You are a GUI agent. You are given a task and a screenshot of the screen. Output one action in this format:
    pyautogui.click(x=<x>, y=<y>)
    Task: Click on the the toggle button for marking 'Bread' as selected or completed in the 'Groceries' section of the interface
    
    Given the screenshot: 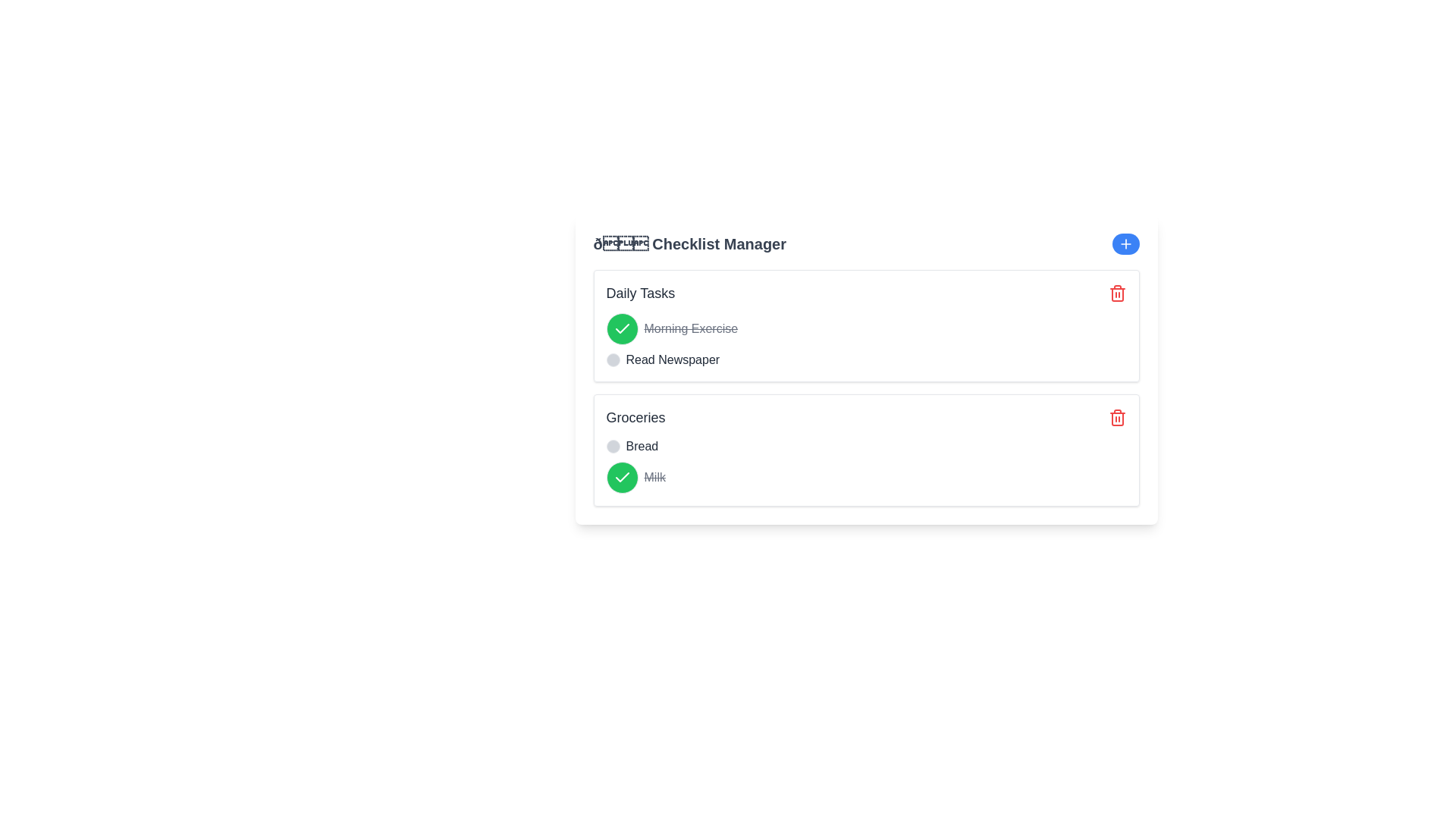 What is the action you would take?
    pyautogui.click(x=613, y=446)
    